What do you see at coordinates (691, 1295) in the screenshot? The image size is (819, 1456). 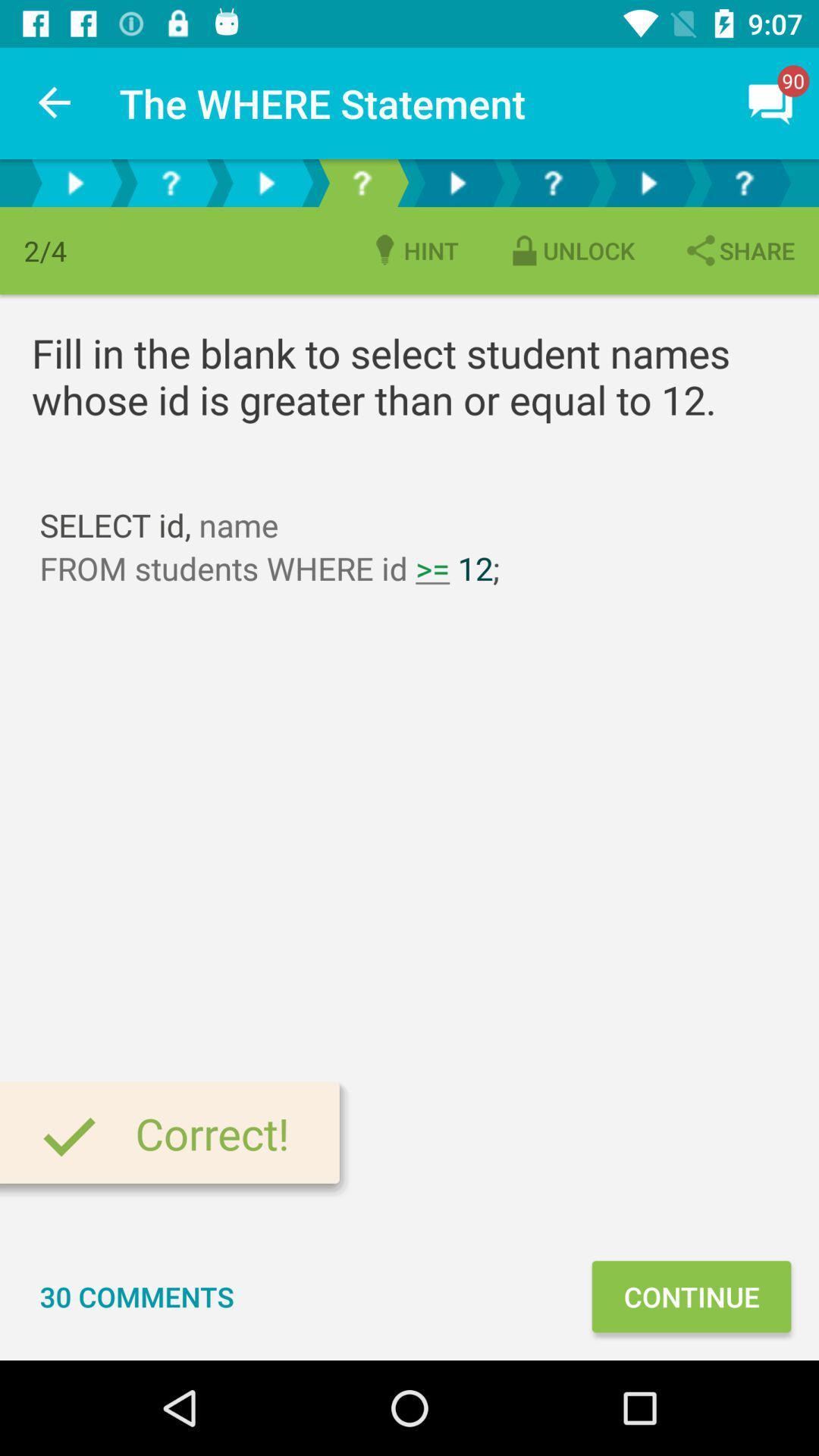 I see `continue` at bounding box center [691, 1295].